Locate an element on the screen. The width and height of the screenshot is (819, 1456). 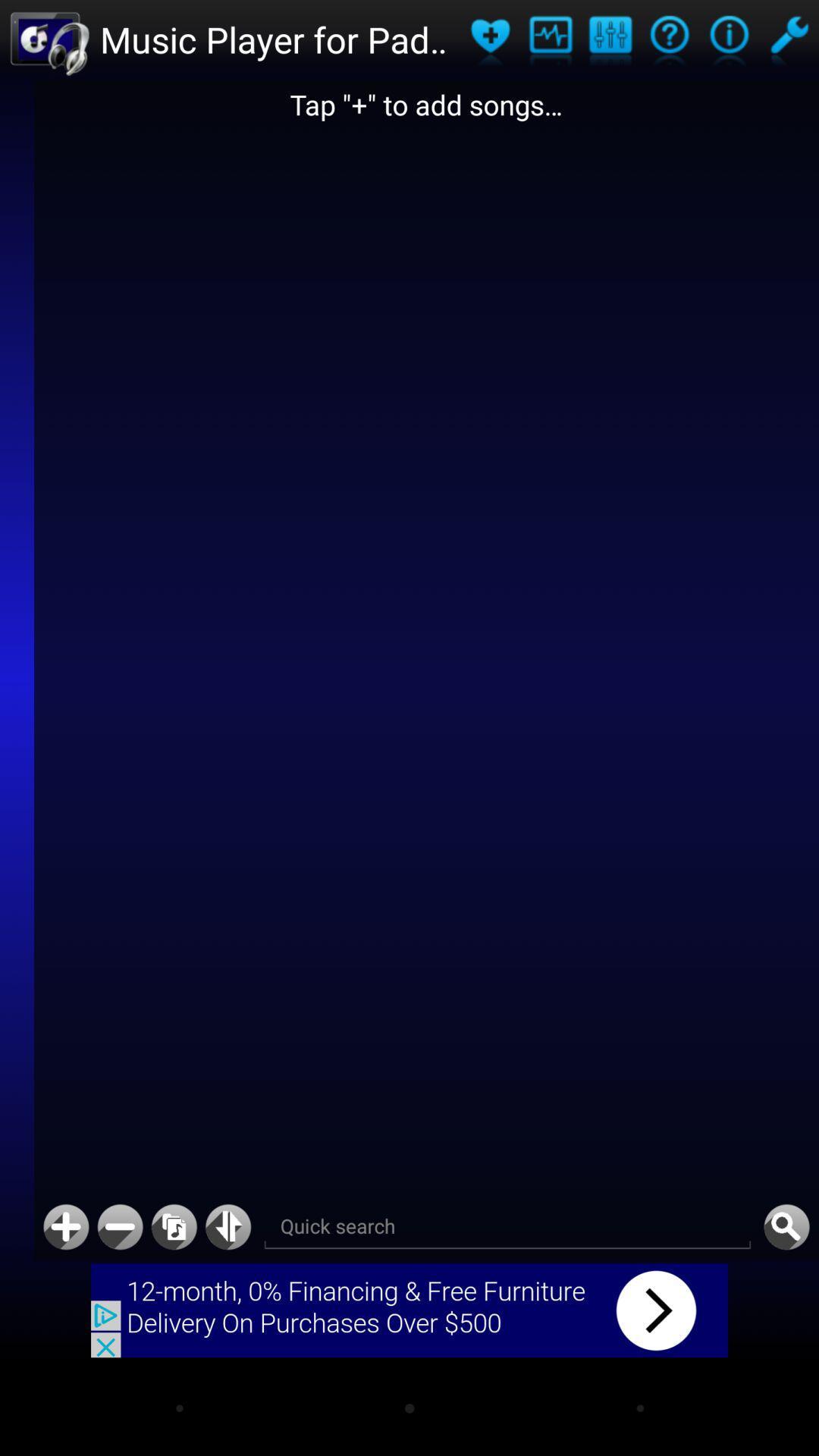
a song is located at coordinates (65, 1227).